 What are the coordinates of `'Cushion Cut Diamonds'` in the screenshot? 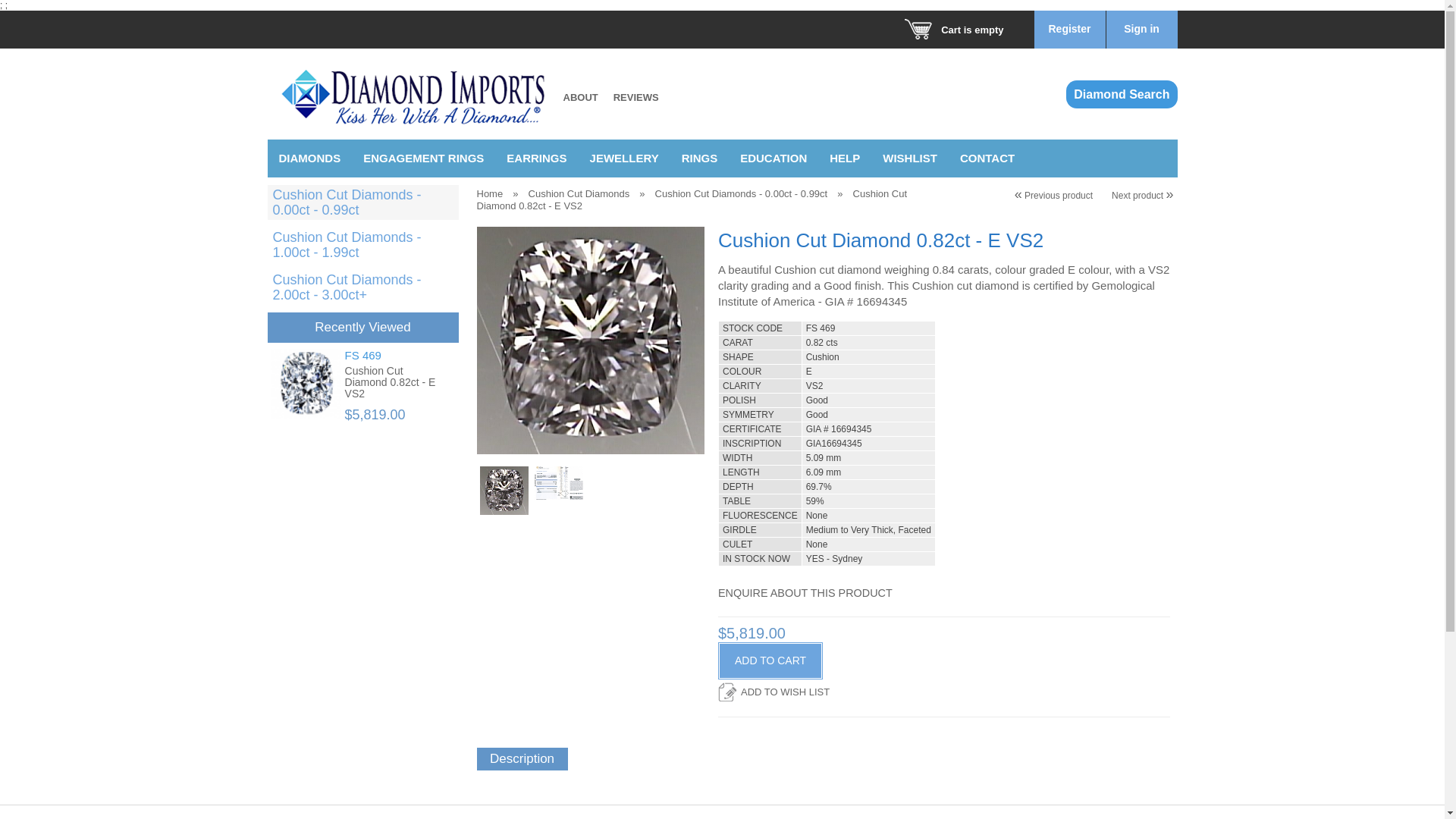 It's located at (528, 193).